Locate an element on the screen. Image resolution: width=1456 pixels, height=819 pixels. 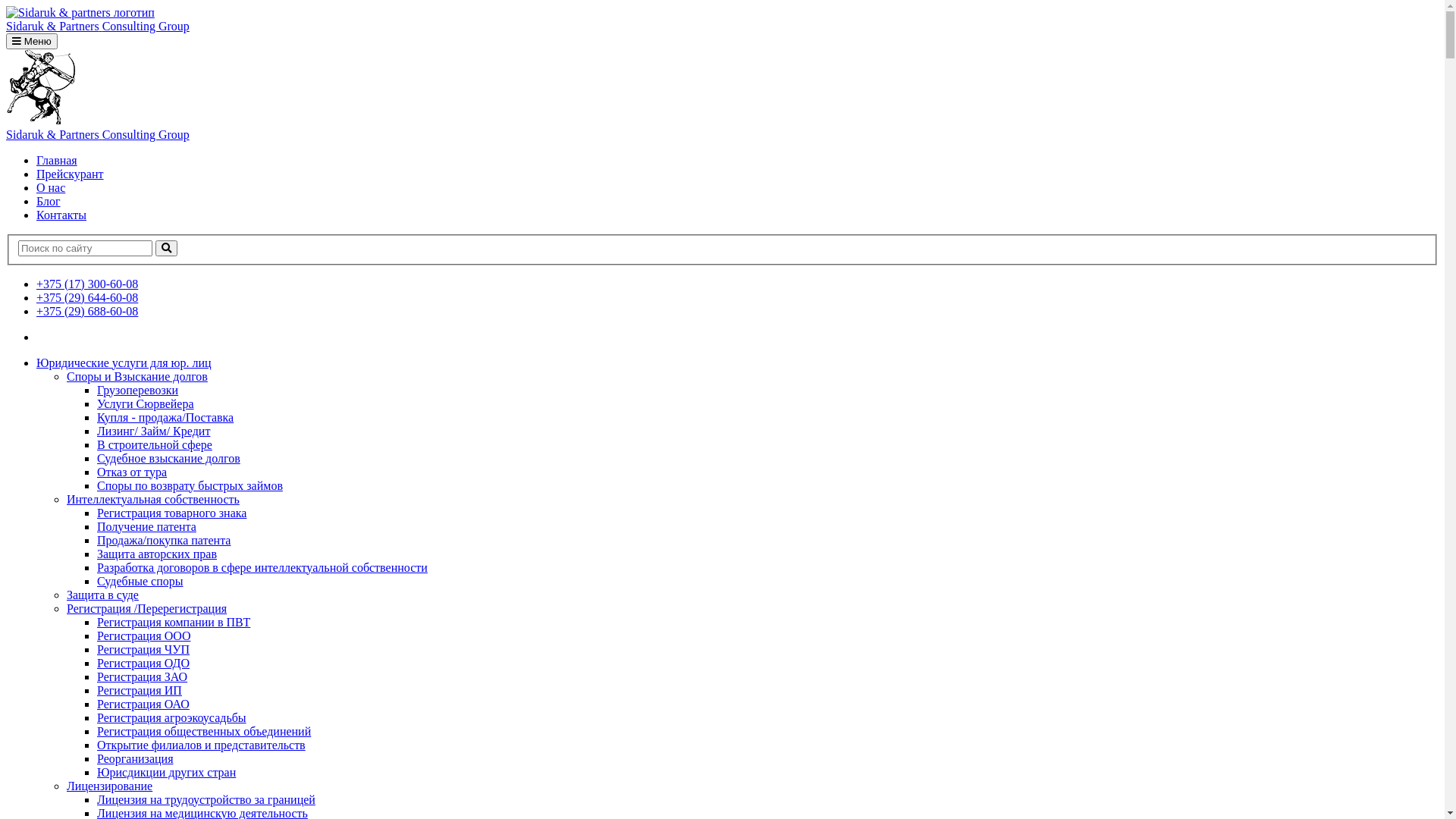
'+375 (29) 688-60-08' is located at coordinates (36, 310).